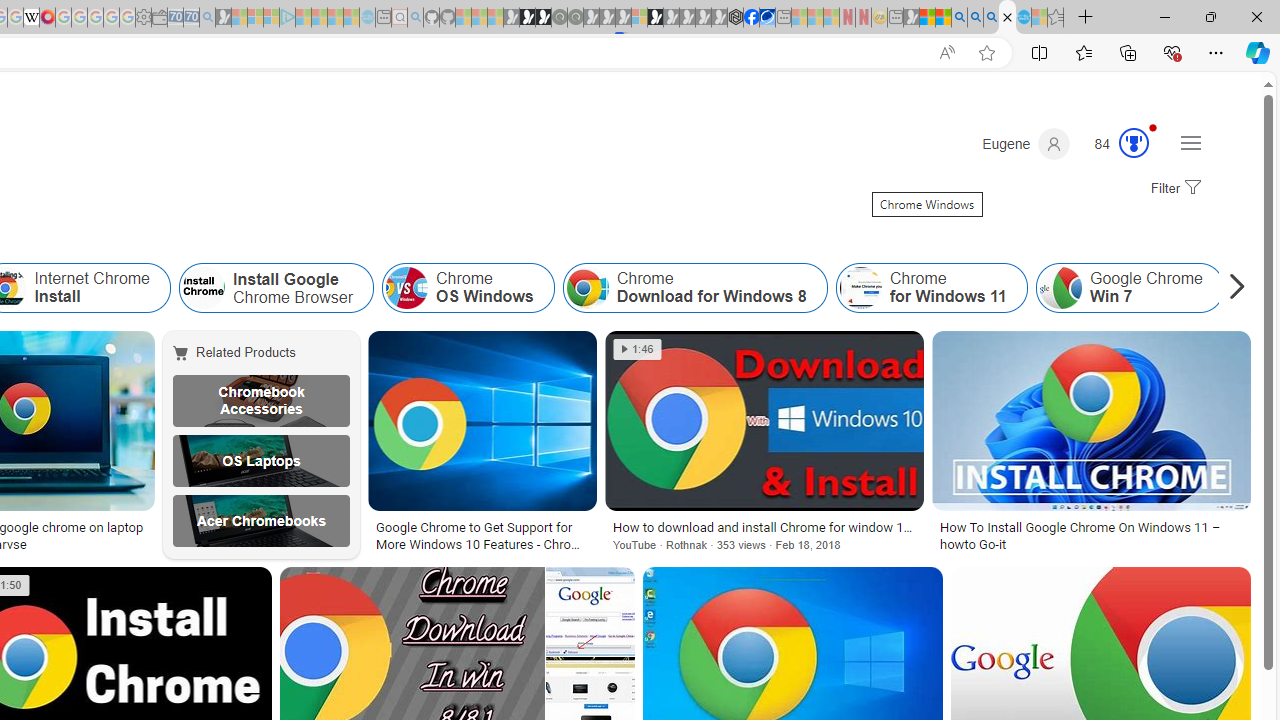 The height and width of the screenshot is (720, 1280). Describe the element at coordinates (1128, 288) in the screenshot. I see `'Google Chrome Win 7'` at that location.